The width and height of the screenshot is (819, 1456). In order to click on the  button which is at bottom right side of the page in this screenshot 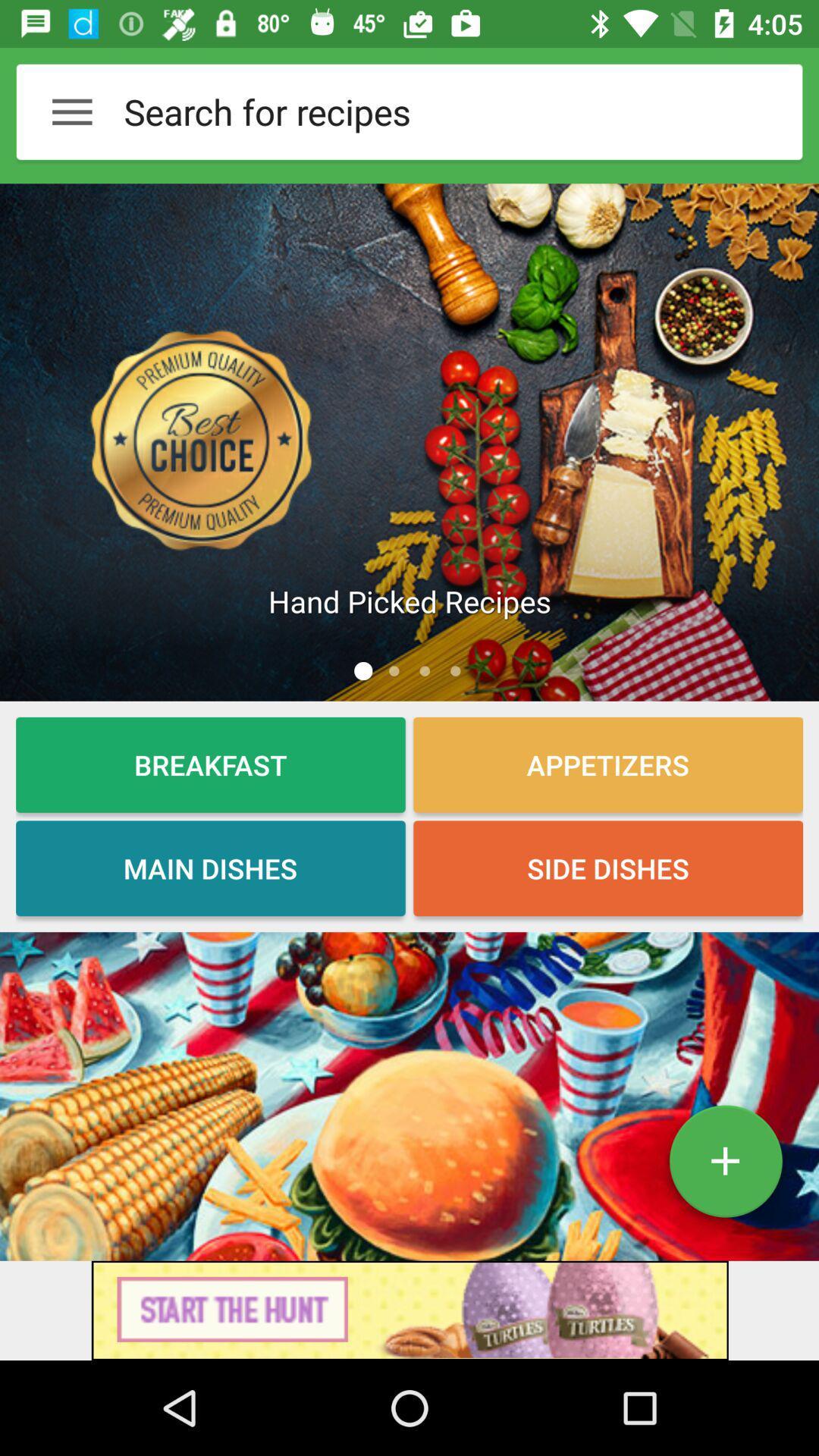, I will do `click(724, 1166)`.